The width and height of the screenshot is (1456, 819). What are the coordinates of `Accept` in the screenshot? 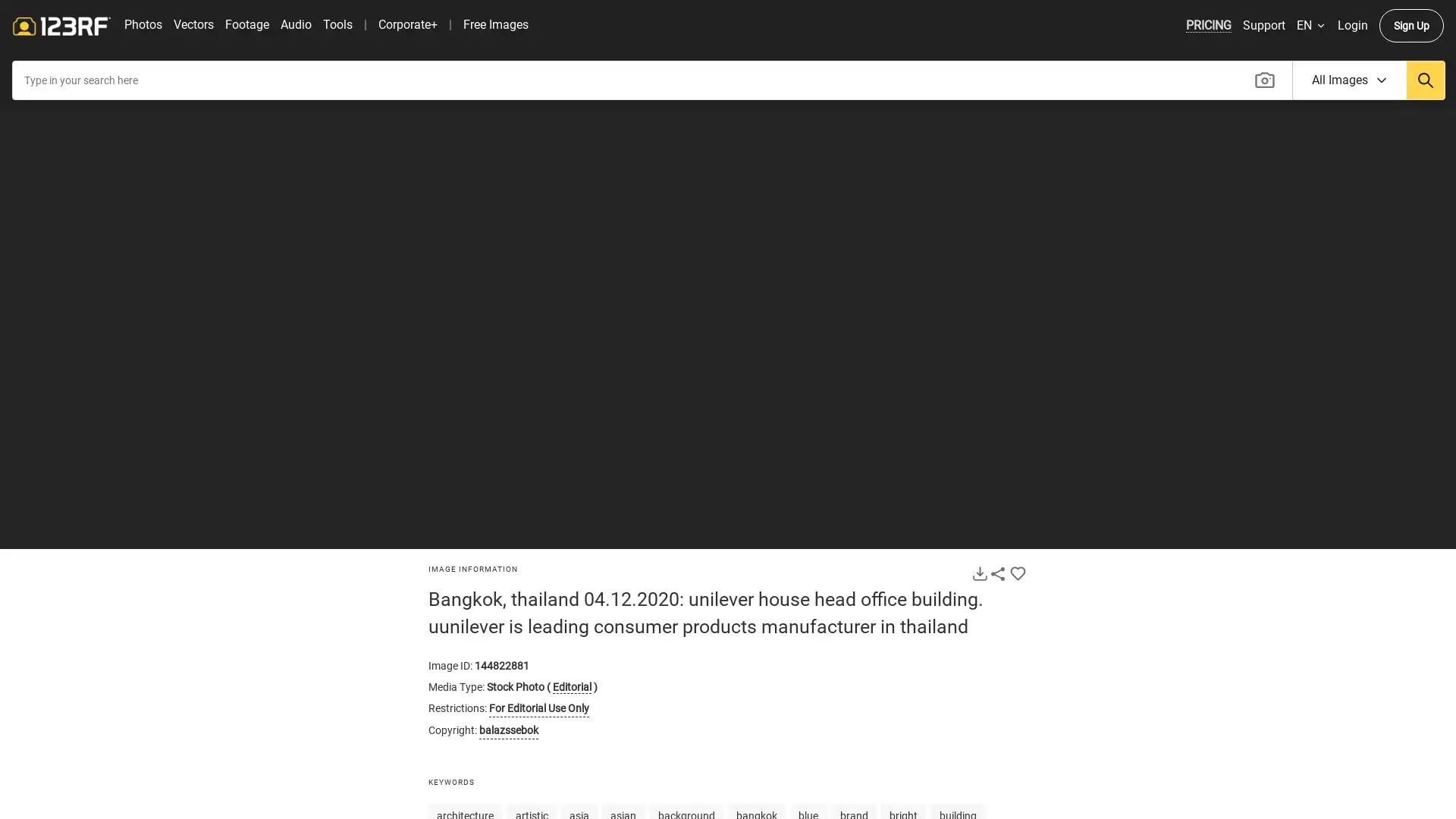 It's located at (956, 26).